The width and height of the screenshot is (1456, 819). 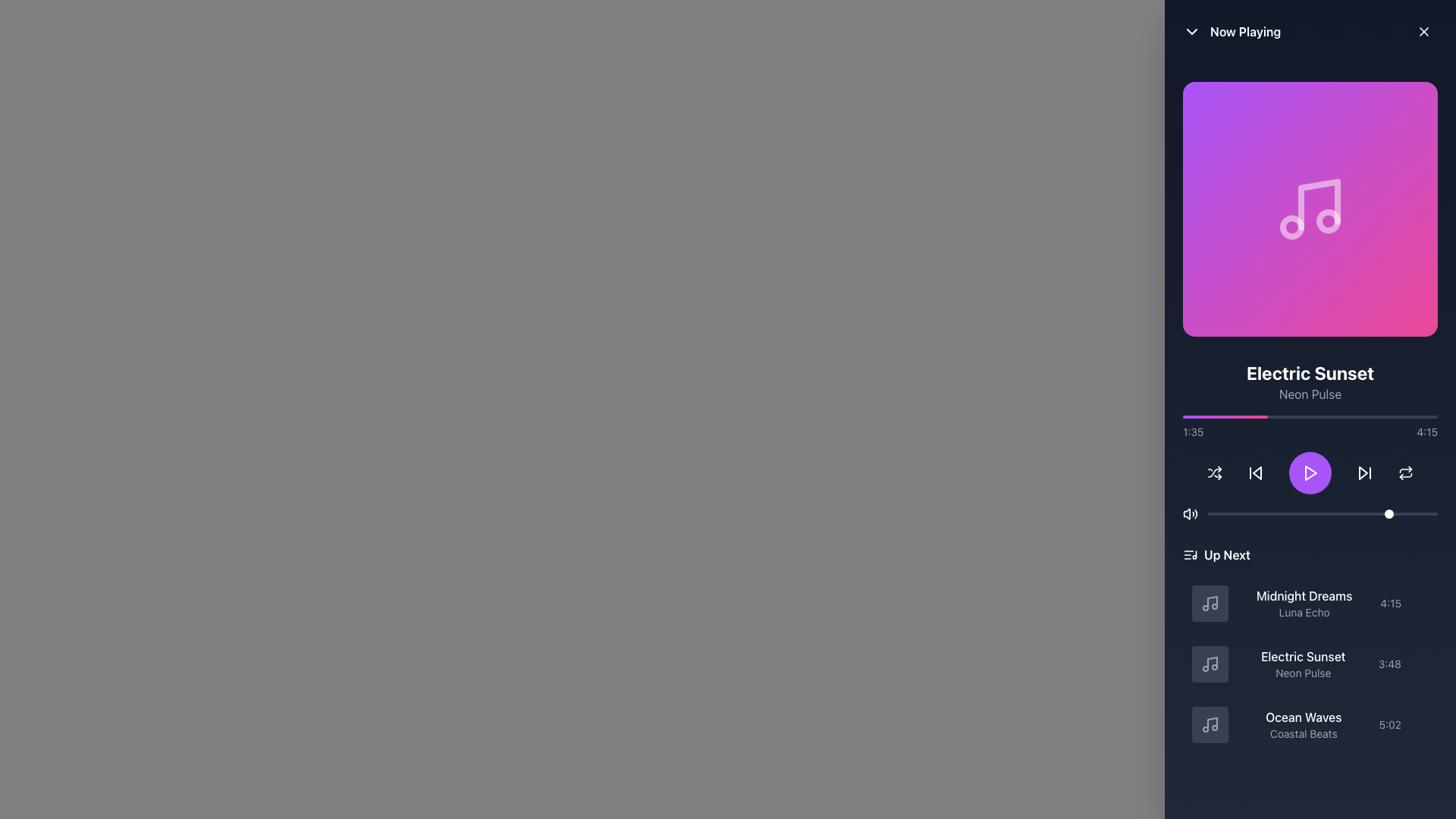 I want to click on on the second 'Up Next' entry in the upcoming playlist section, which displays the title 'Electric Sunset', so click(x=1310, y=648).